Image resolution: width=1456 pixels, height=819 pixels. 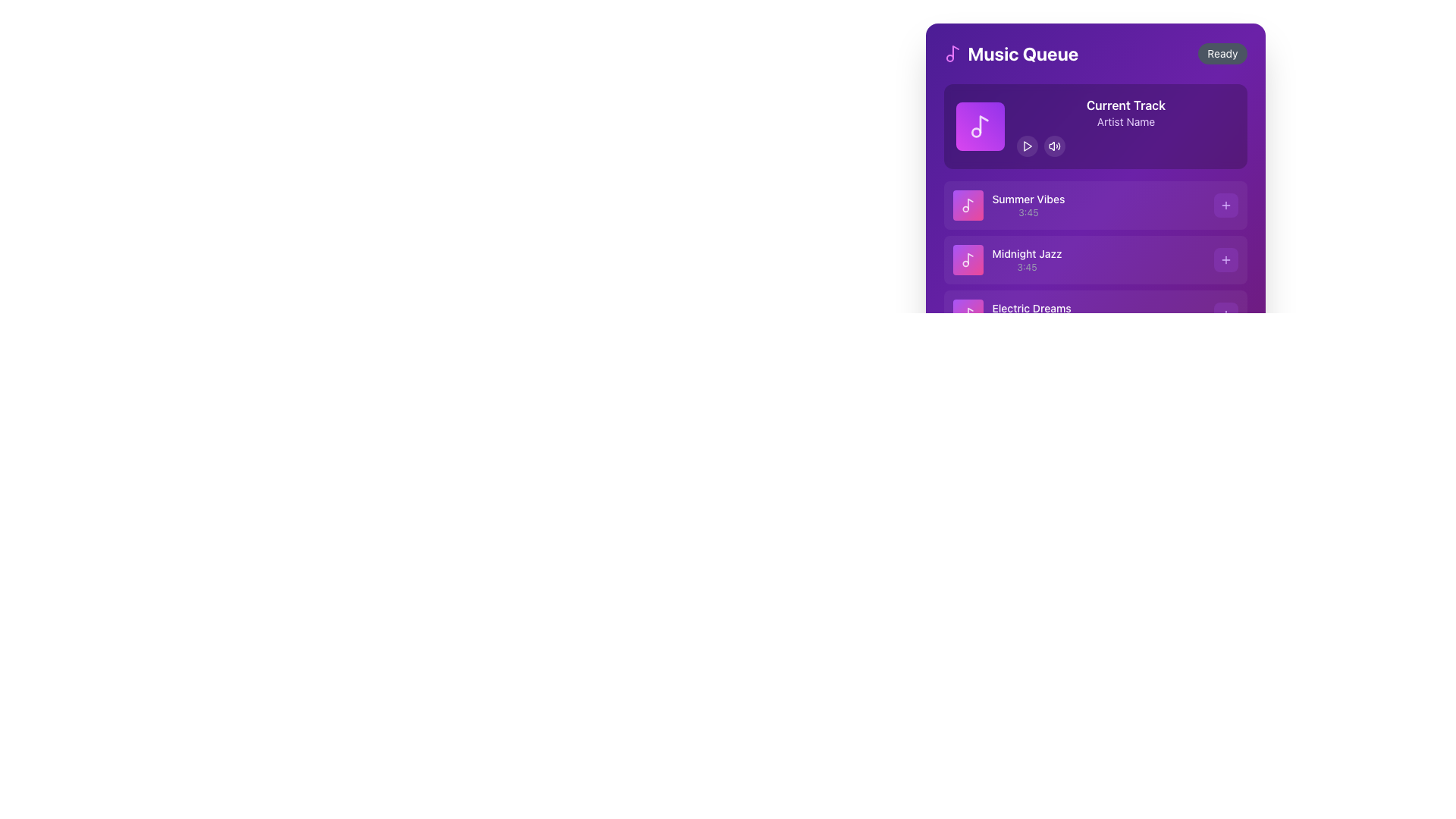 I want to click on the triangular play icon located in the 'Current Track' section of the purple music queue interface, so click(x=1028, y=146).